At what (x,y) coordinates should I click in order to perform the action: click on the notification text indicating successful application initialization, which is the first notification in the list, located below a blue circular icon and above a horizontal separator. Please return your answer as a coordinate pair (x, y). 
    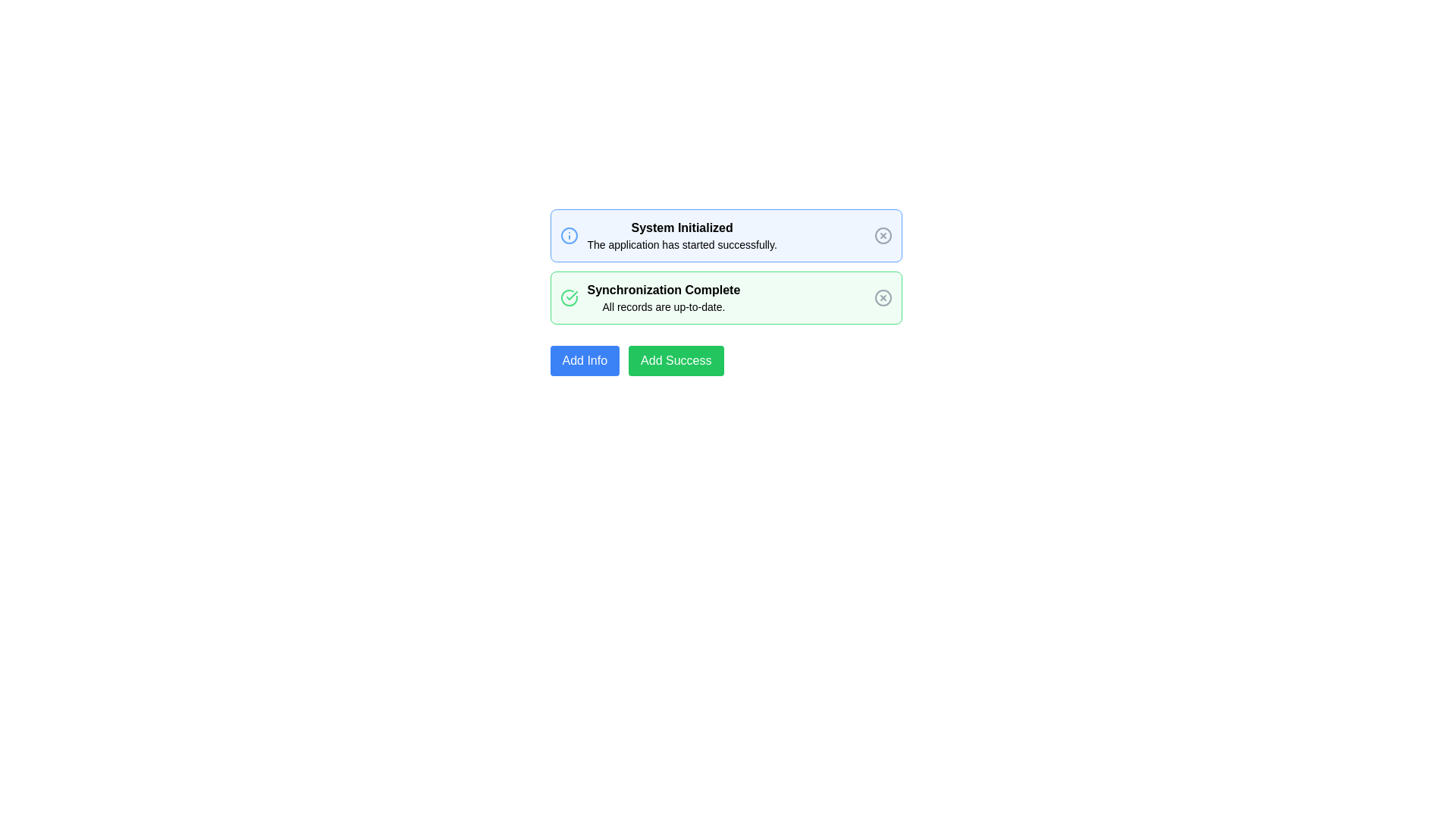
    Looking at the image, I should click on (667, 236).